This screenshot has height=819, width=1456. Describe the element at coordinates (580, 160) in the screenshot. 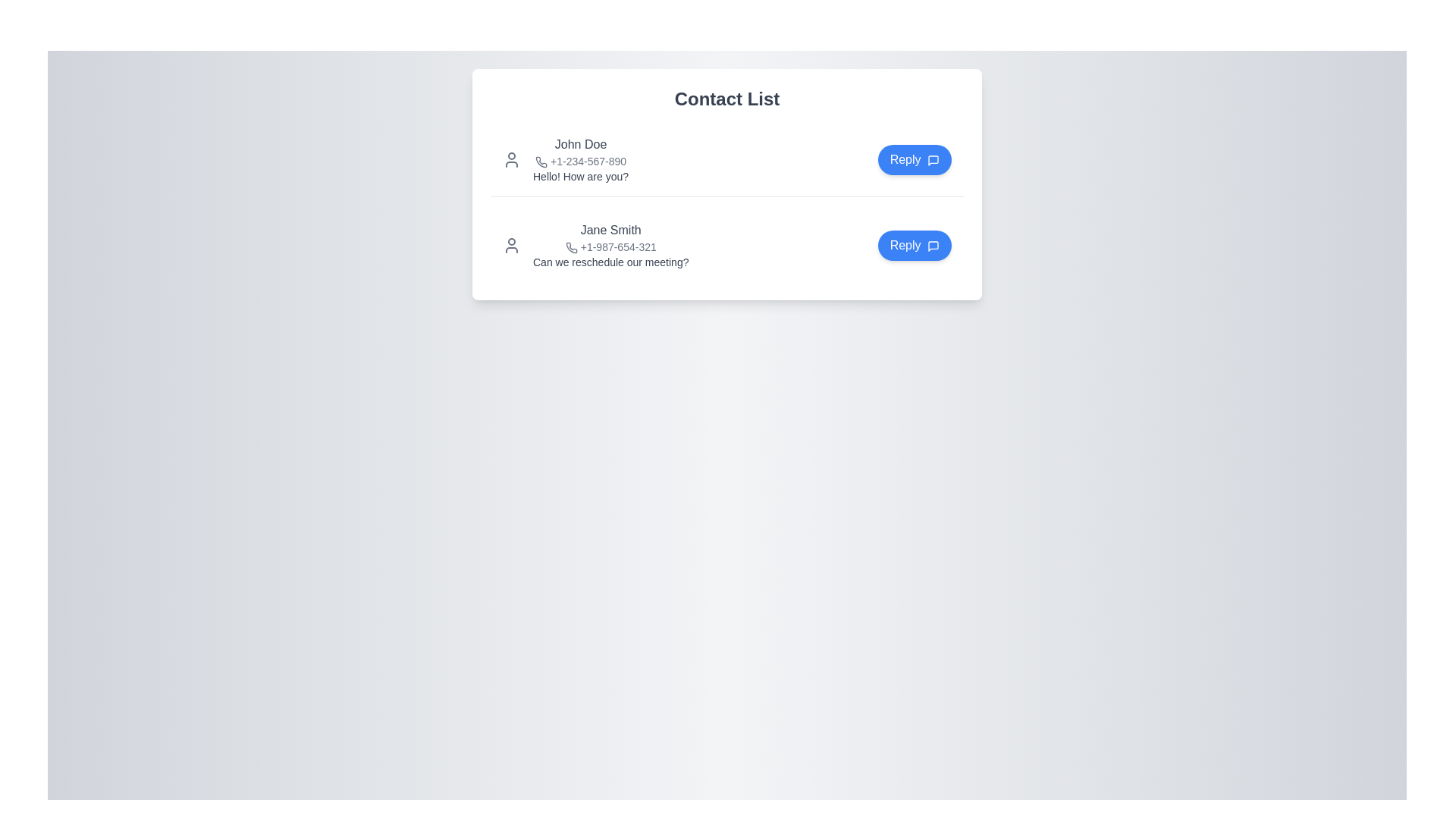

I see `displayed information from the contact block containing the name 'John Doe', phone number '+1-234-567-890', and message 'Hello! How are you?'` at that location.